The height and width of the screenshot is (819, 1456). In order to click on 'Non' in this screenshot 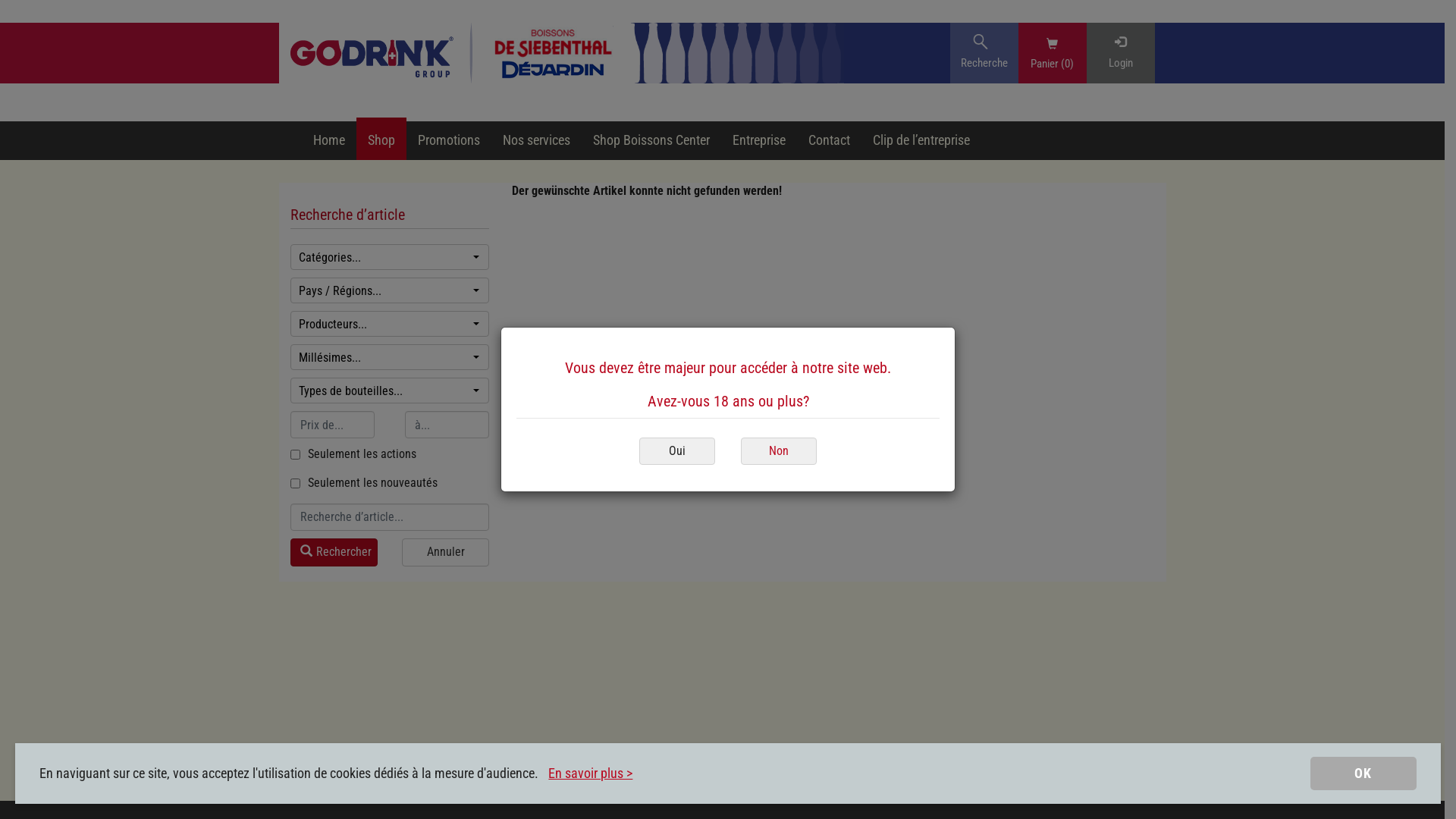, I will do `click(779, 449)`.